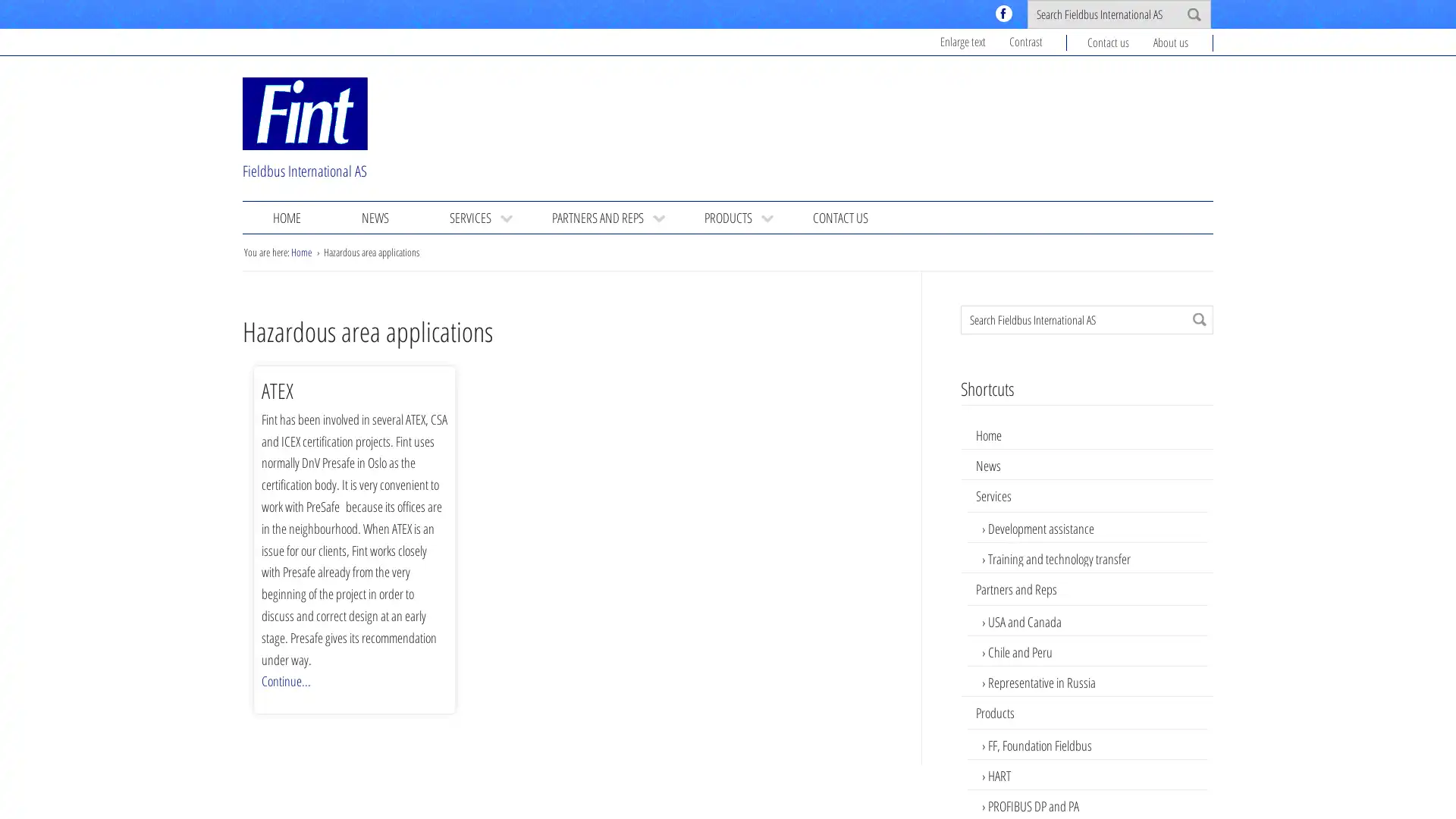  I want to click on Search, so click(1193, 14).